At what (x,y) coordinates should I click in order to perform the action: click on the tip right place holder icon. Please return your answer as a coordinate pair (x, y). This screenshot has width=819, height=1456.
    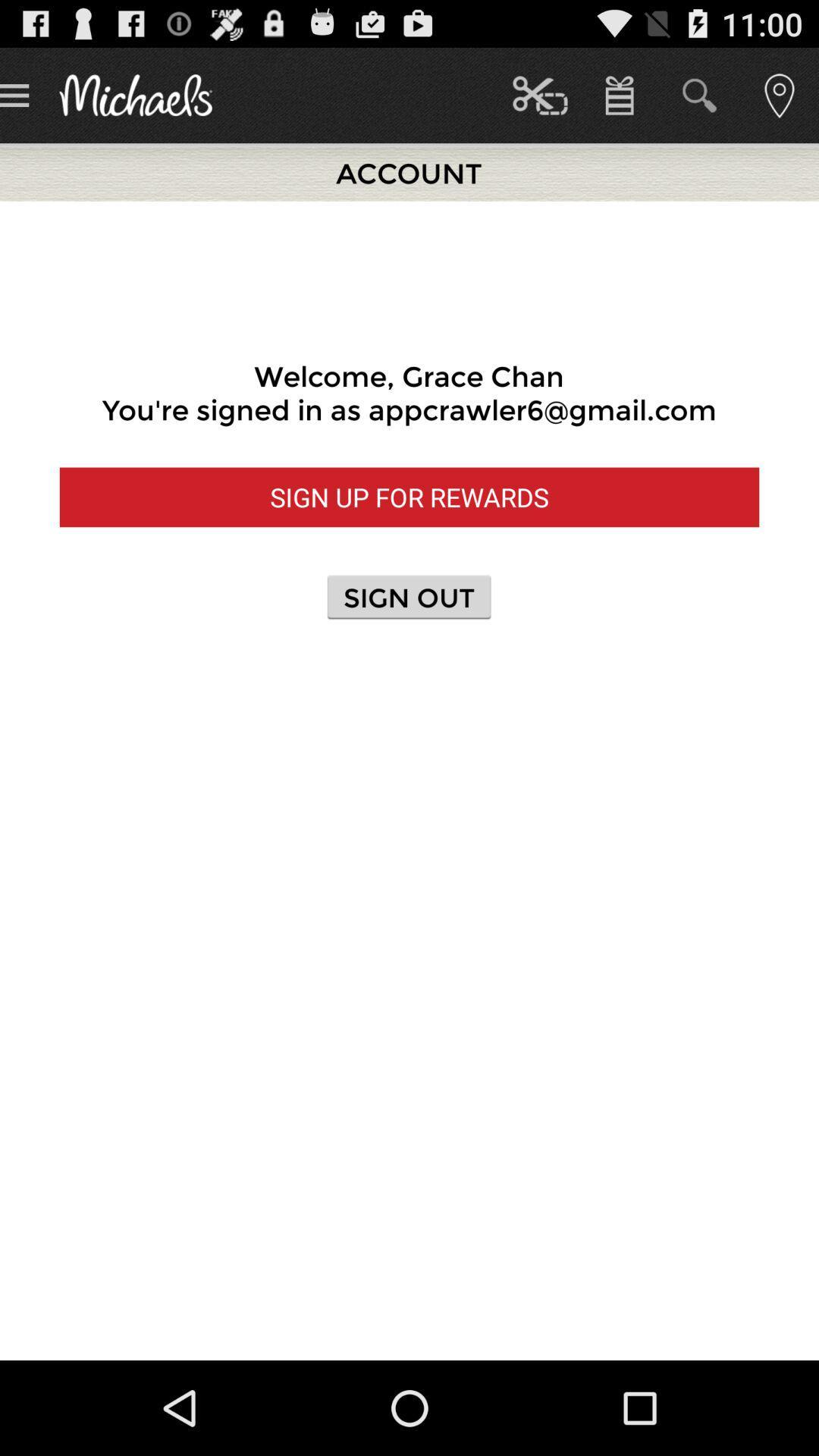
    Looking at the image, I should click on (779, 94).